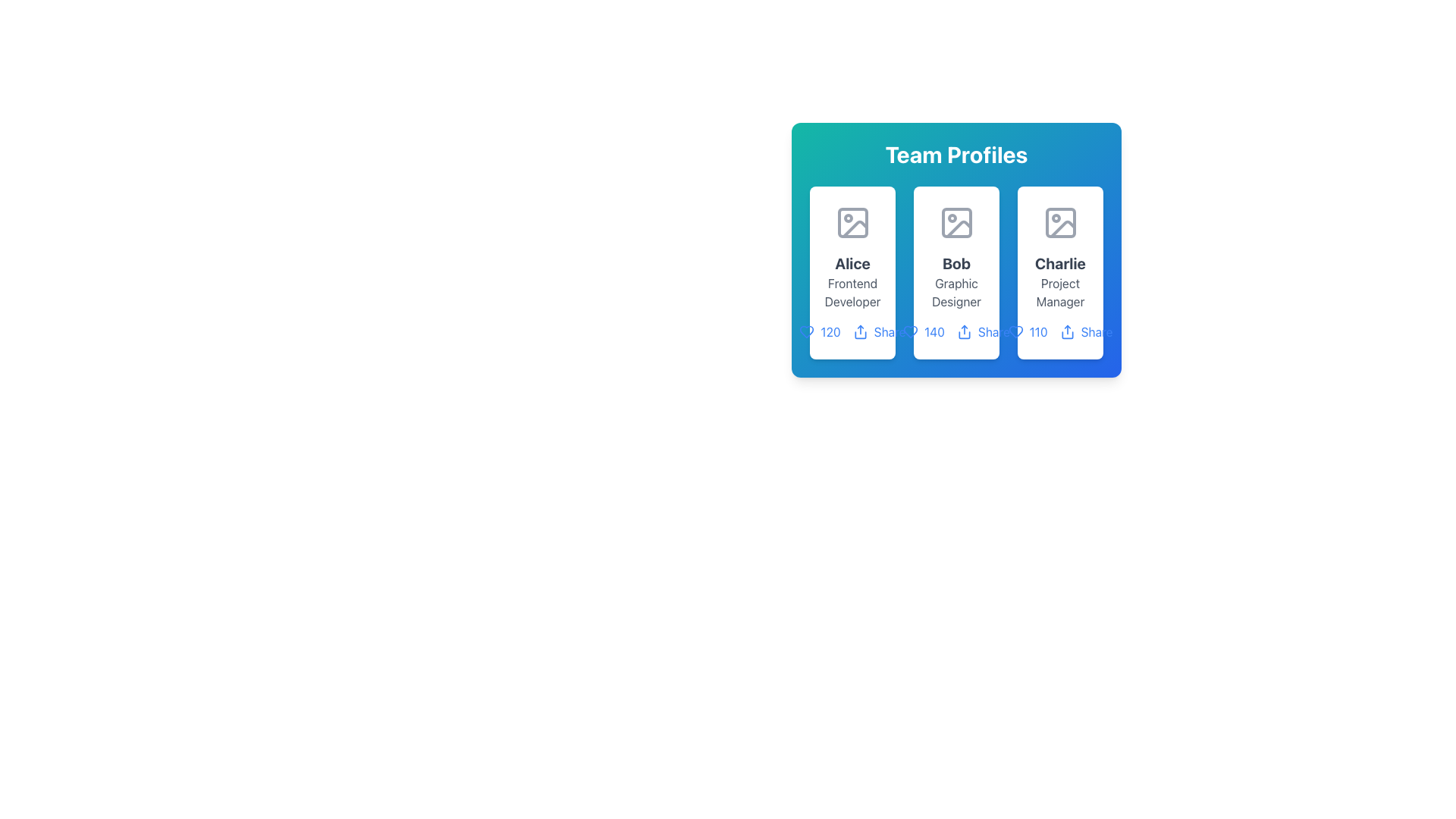 Image resolution: width=1456 pixels, height=819 pixels. What do you see at coordinates (983, 331) in the screenshot?
I see `the share link element, which is the third interactive item in the middle card, to prompt the sharing dialog` at bounding box center [983, 331].